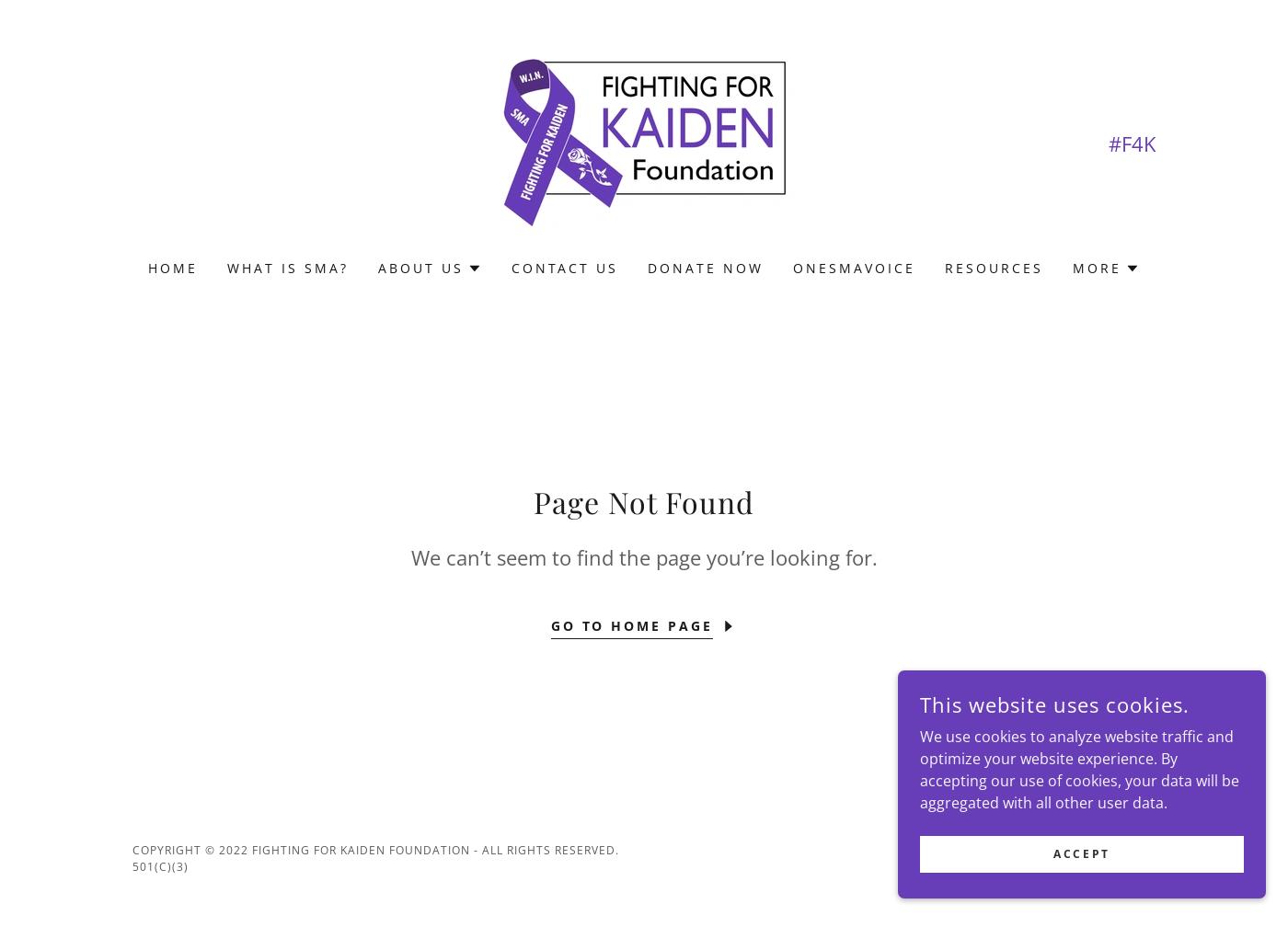  What do you see at coordinates (1094, 858) in the screenshot?
I see `'GoDaddy'` at bounding box center [1094, 858].